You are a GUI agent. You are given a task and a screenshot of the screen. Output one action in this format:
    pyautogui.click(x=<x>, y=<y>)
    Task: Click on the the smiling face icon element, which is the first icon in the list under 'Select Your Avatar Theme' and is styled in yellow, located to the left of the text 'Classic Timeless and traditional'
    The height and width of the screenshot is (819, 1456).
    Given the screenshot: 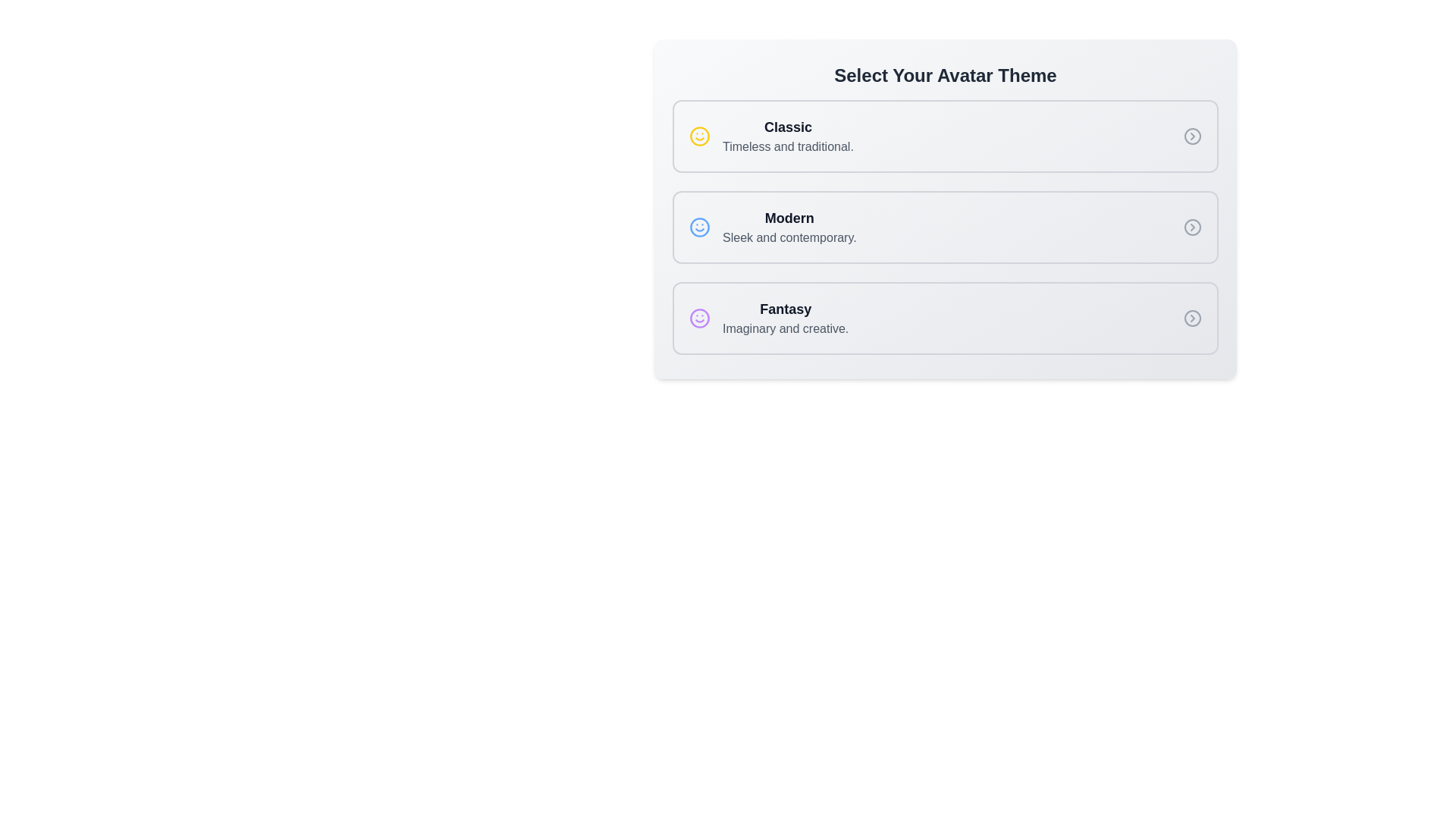 What is the action you would take?
    pyautogui.click(x=698, y=136)
    